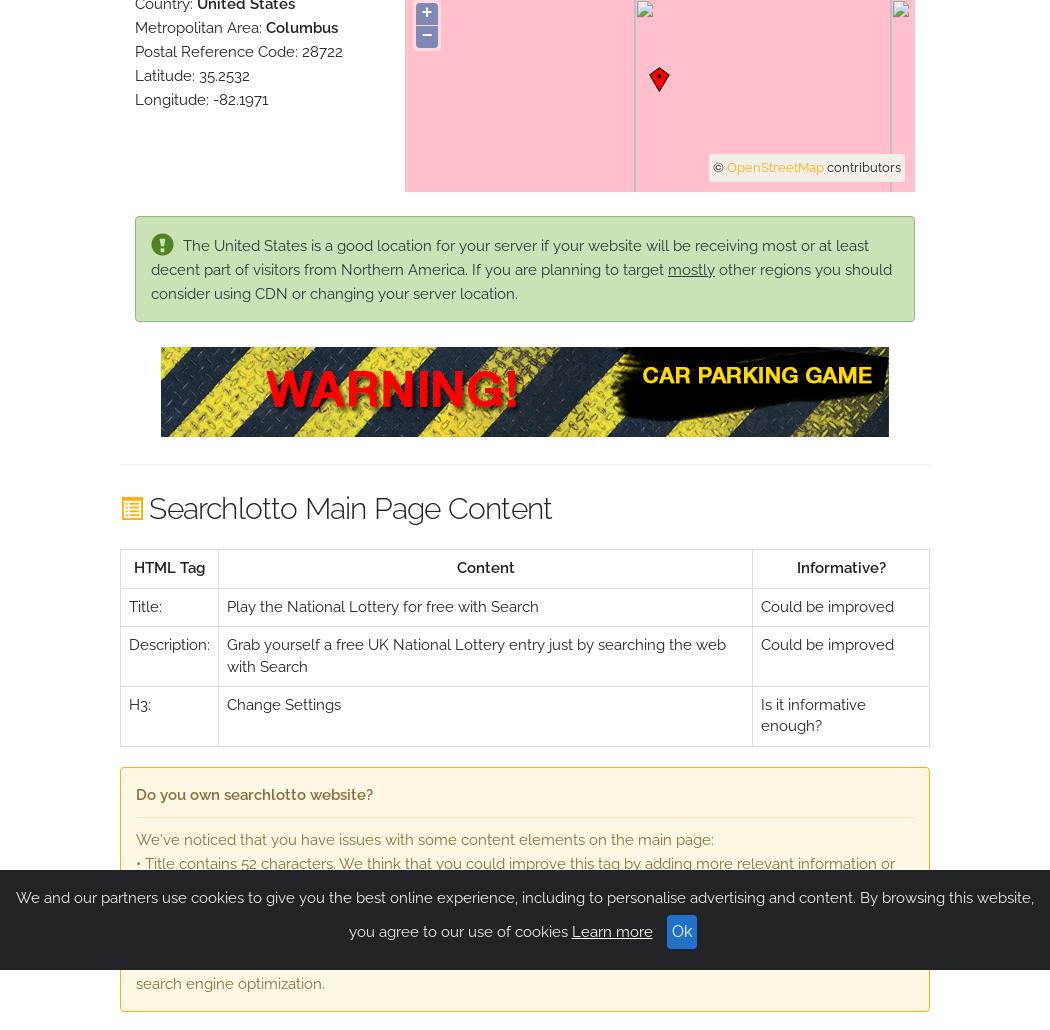  Describe the element at coordinates (254, 793) in the screenshot. I see `'Do you own searchlotto website?'` at that location.